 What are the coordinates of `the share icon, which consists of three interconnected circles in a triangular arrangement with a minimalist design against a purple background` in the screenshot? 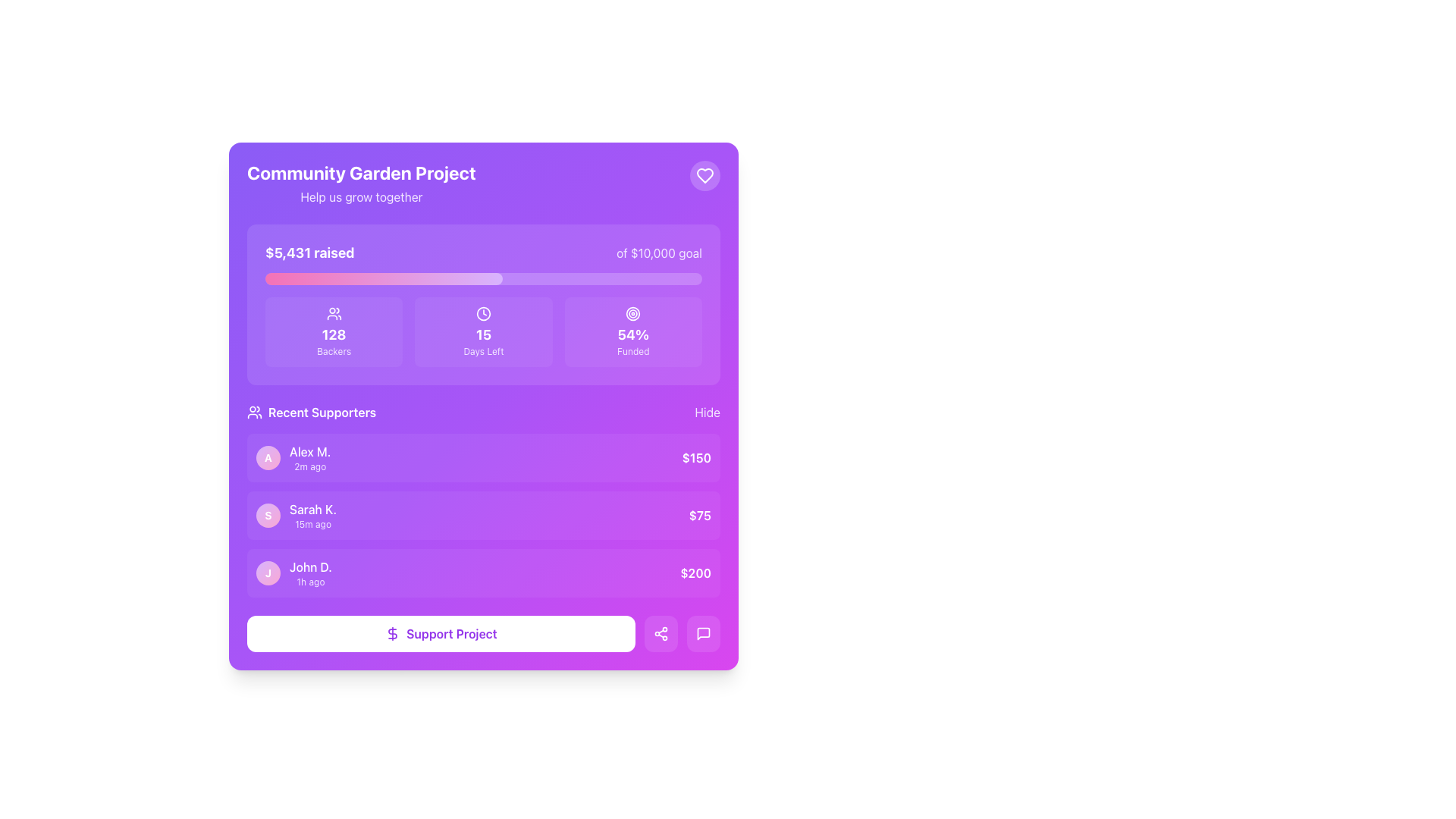 It's located at (661, 634).